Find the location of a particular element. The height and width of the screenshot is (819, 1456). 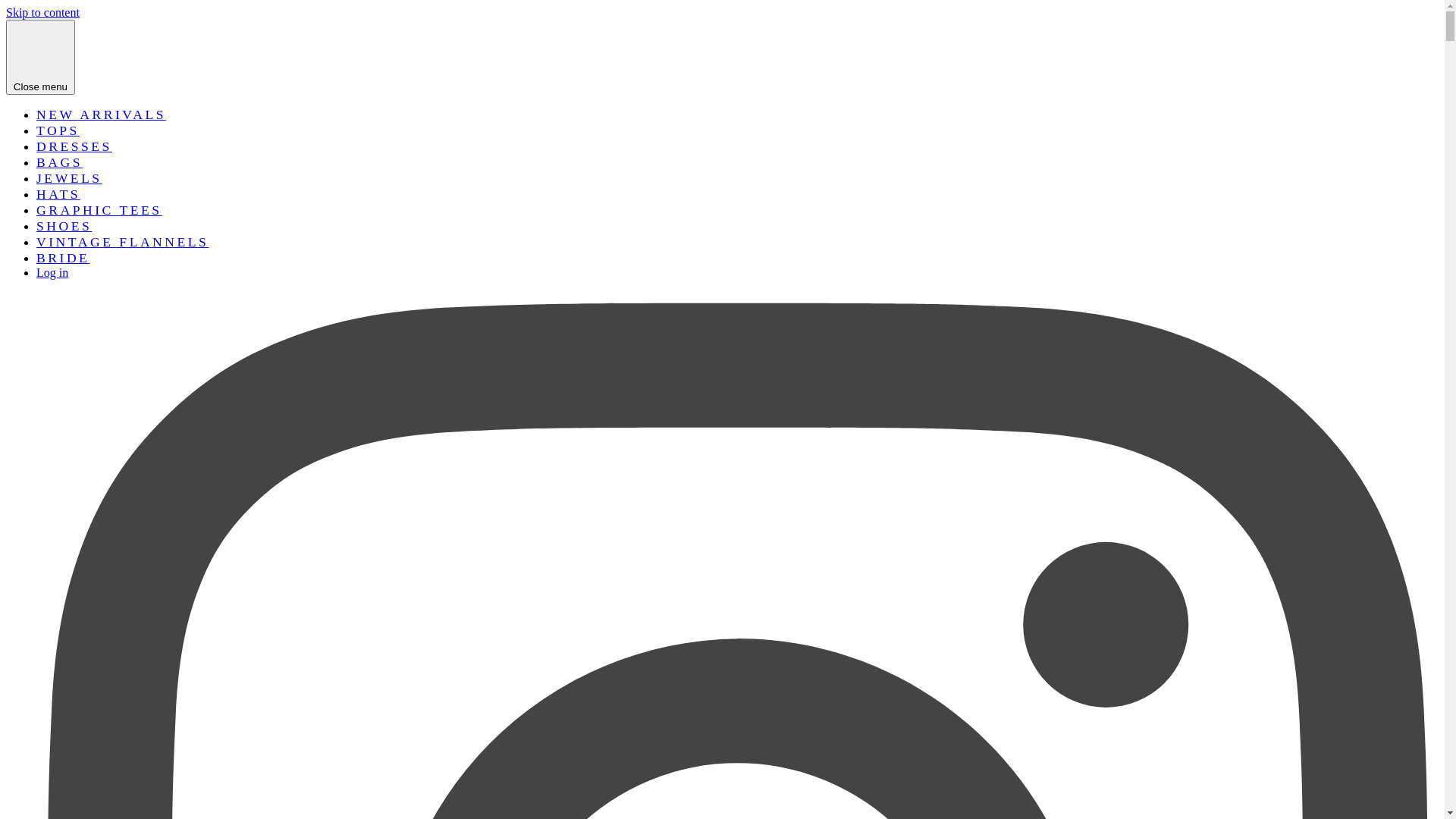

'BRIDE' is located at coordinates (36, 256).